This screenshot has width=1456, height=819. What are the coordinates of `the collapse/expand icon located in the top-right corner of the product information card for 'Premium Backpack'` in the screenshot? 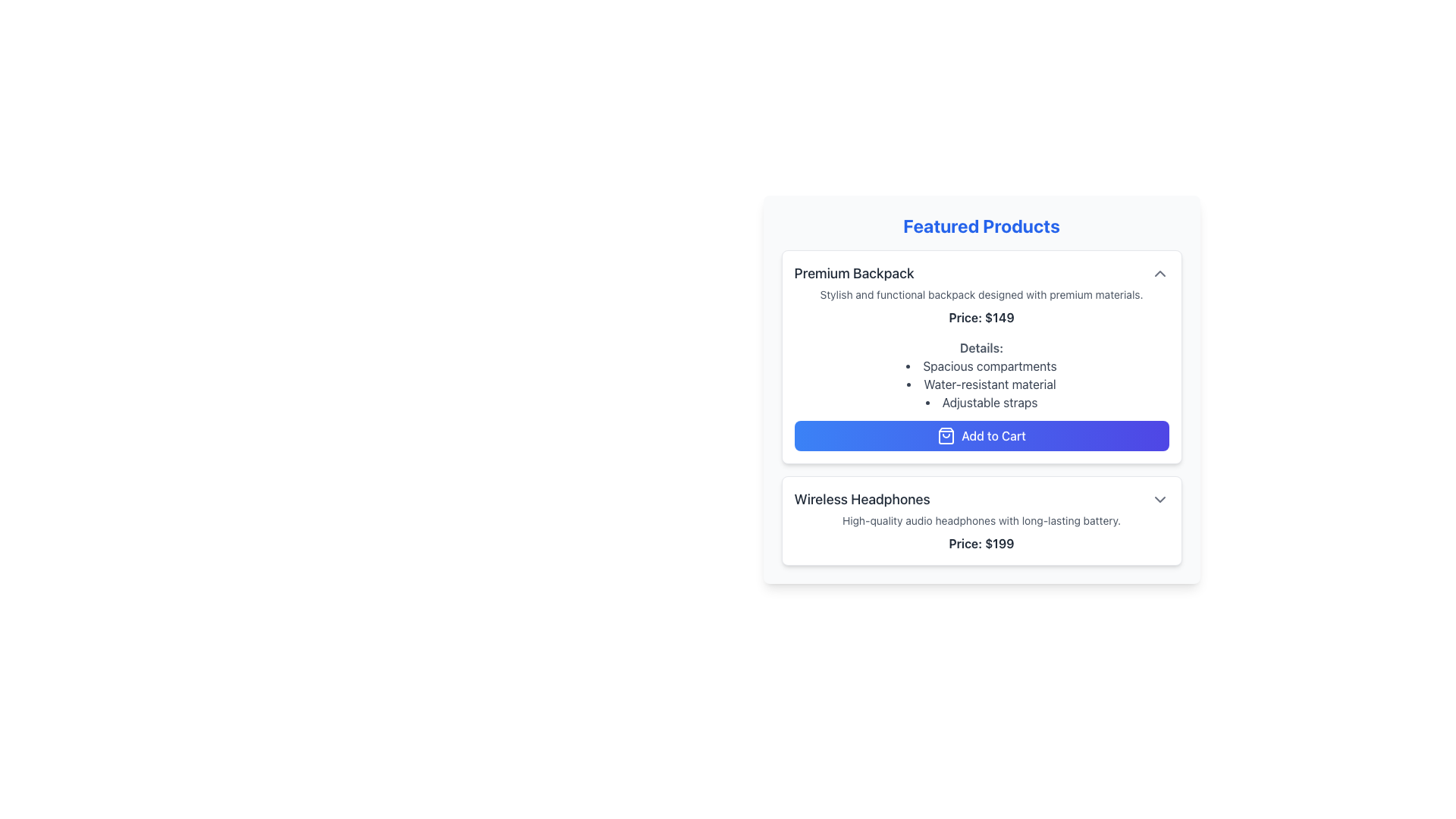 It's located at (1159, 274).